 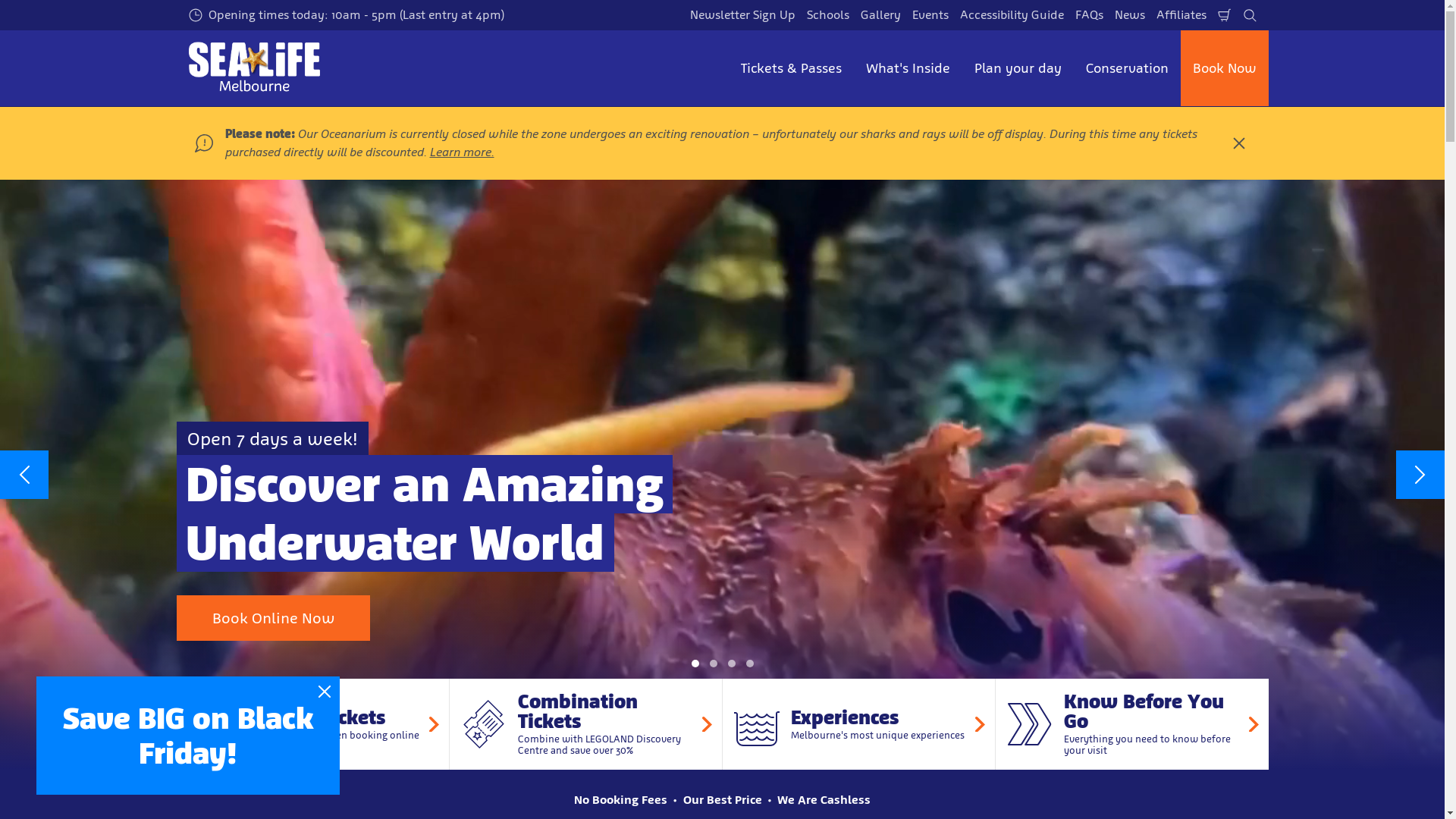 What do you see at coordinates (272, 617) in the screenshot?
I see `'Book Online Now'` at bounding box center [272, 617].